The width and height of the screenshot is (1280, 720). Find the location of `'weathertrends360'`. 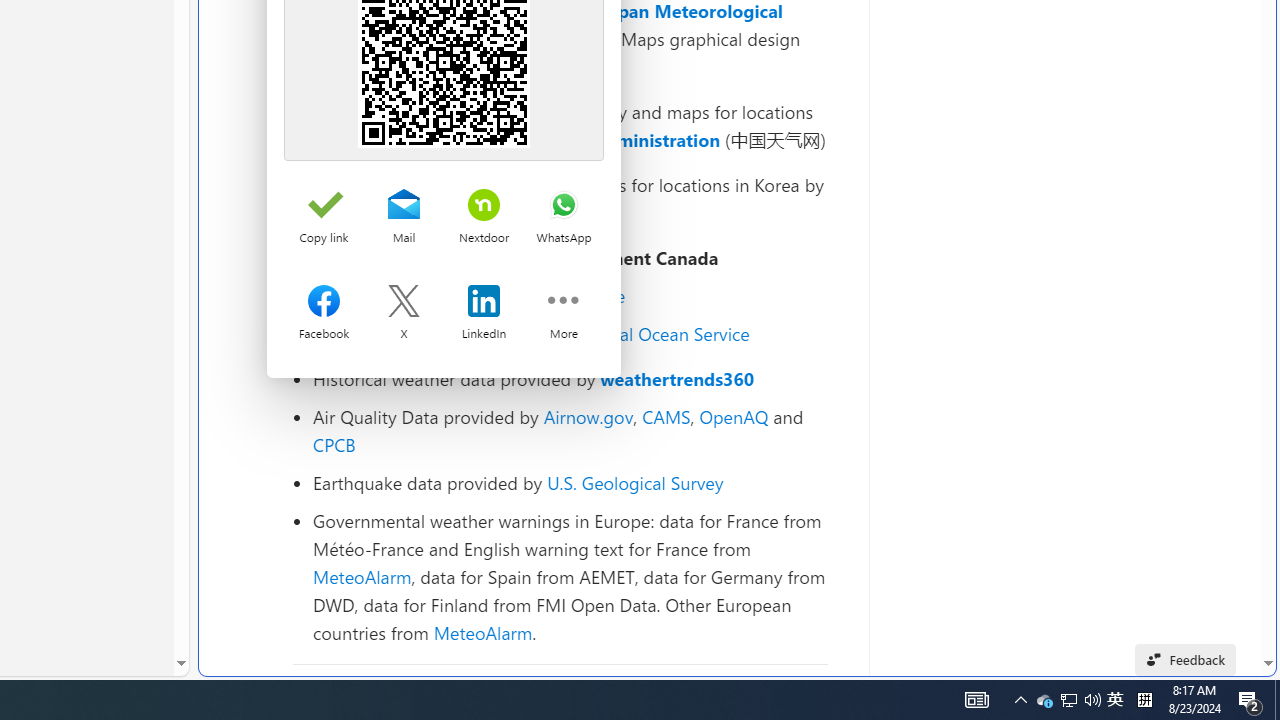

'weathertrends360' is located at coordinates (677, 379).